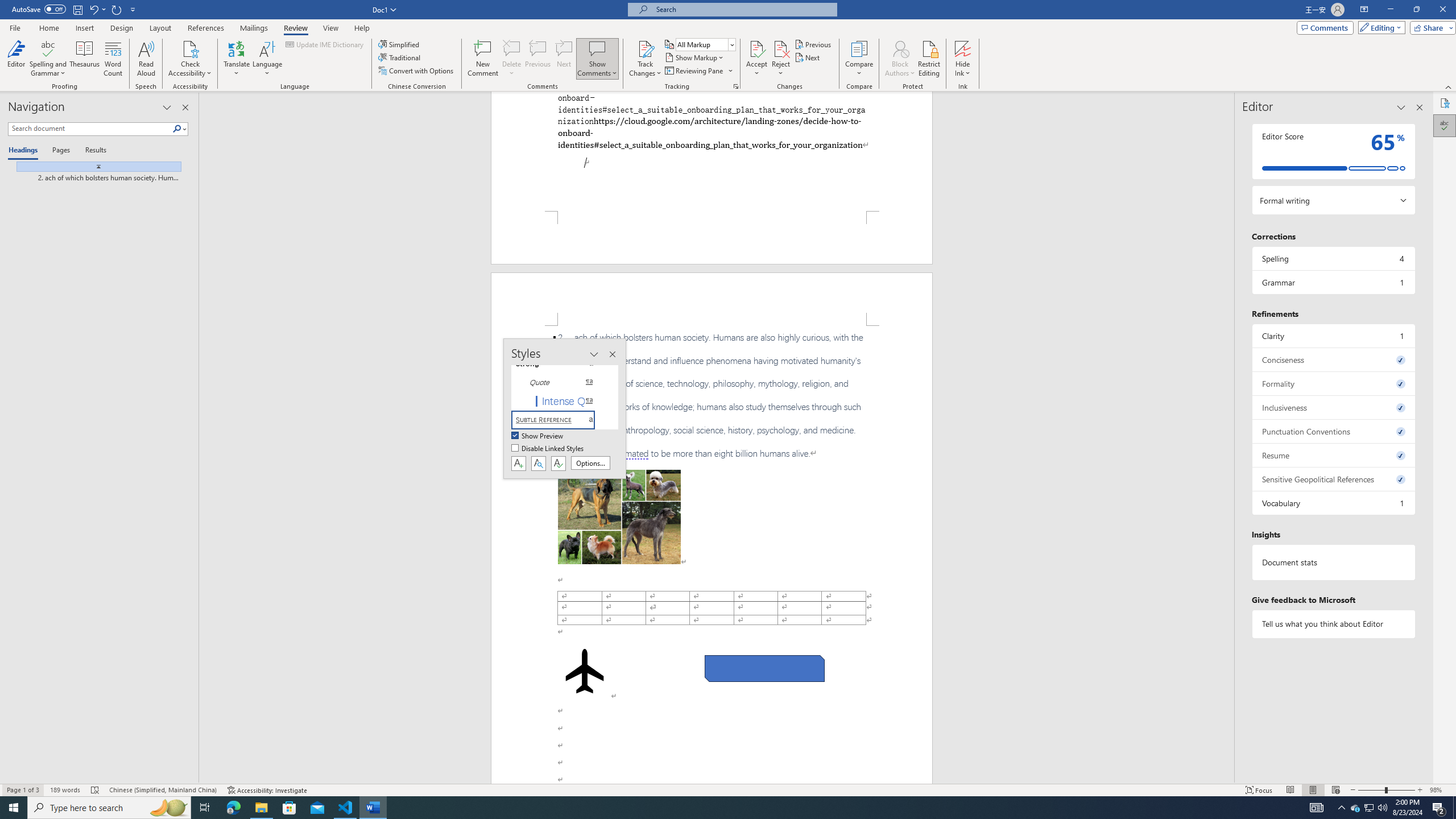  Describe the element at coordinates (90, 128) in the screenshot. I see `'Search document'` at that location.